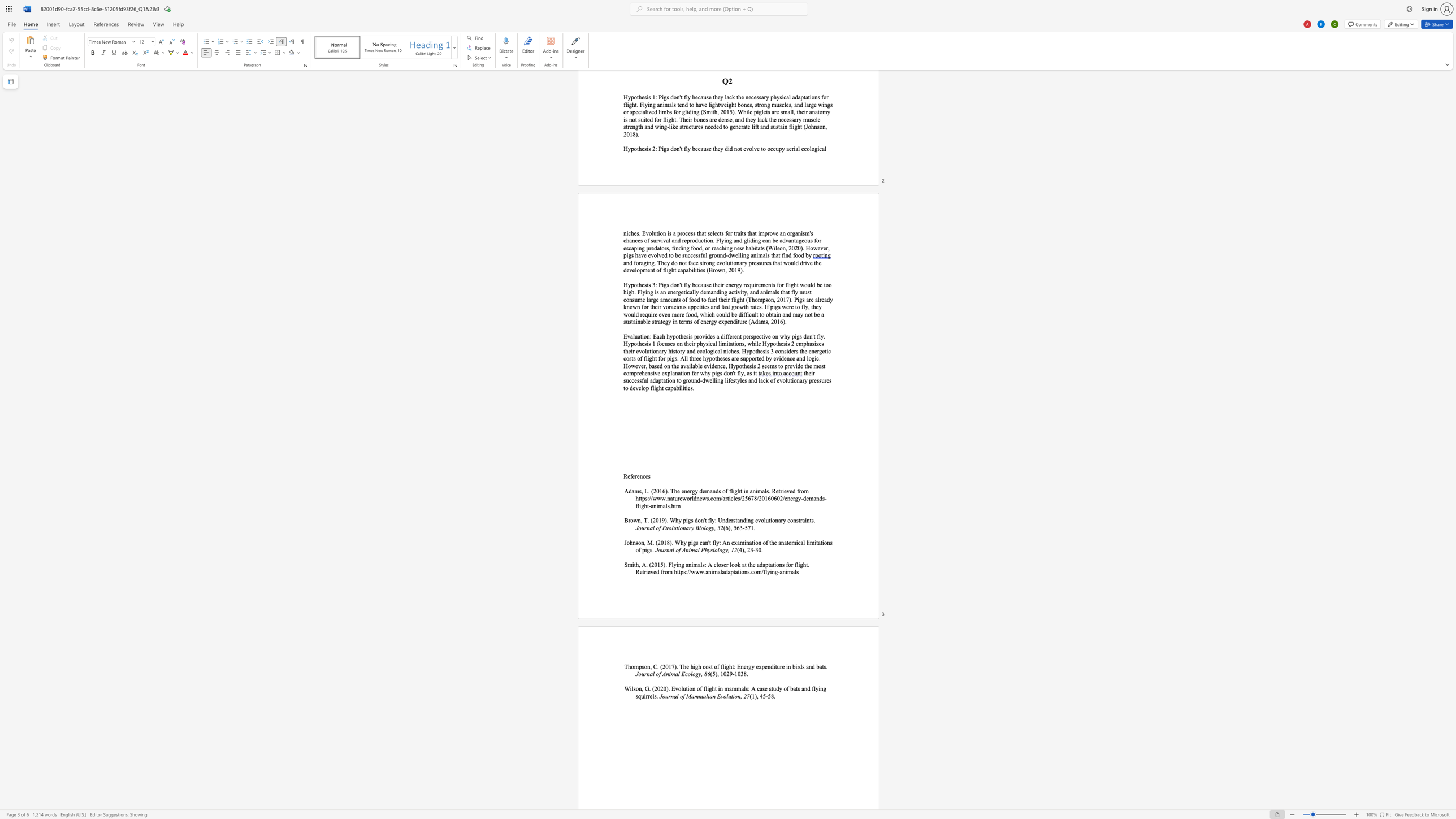 The image size is (1456, 819). I want to click on the space between the continuous character "1" and "8" in the text, so click(666, 542).